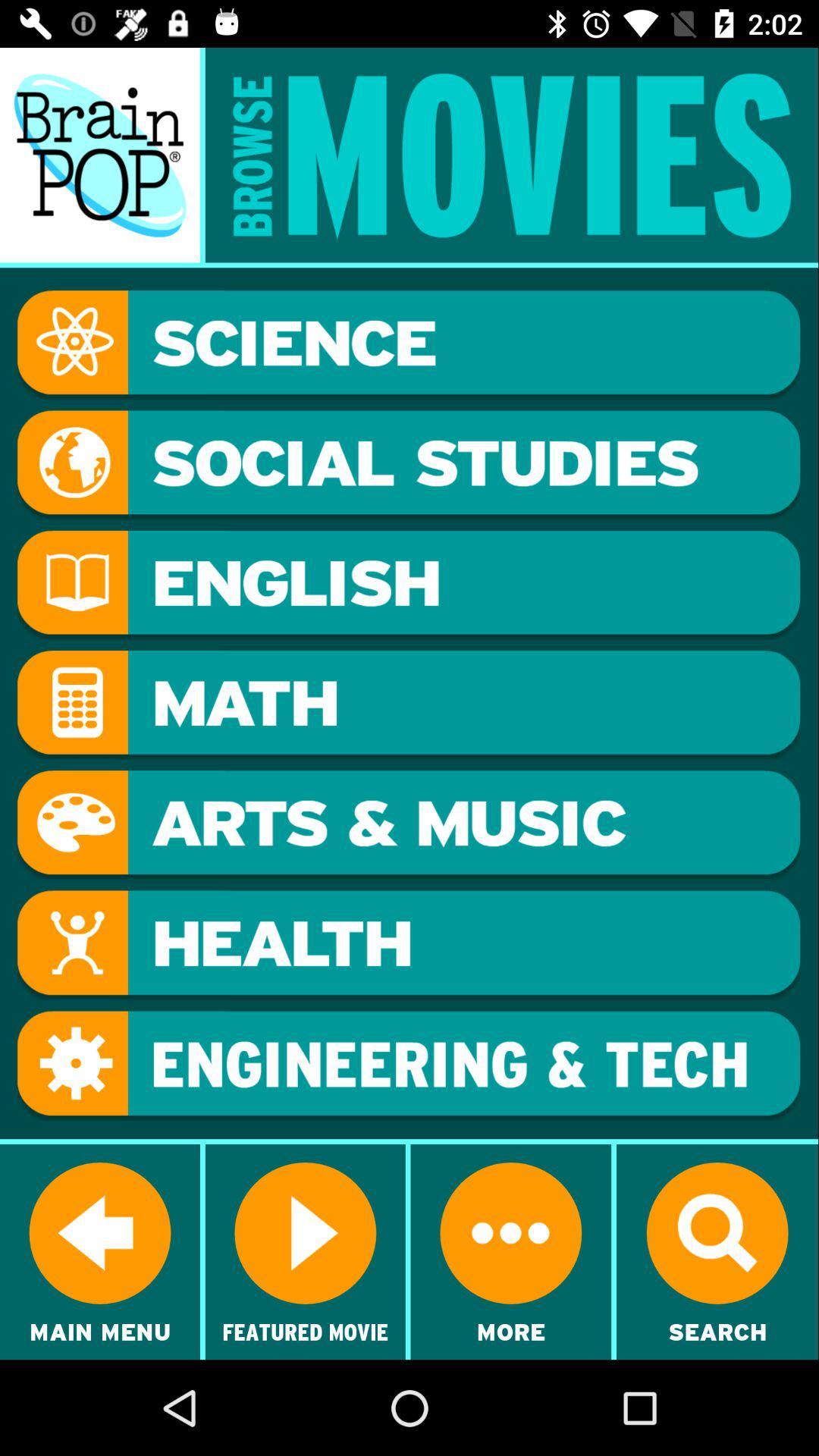 This screenshot has width=819, height=1456. Describe the element at coordinates (408, 464) in the screenshot. I see `show movies in the social studies category` at that location.